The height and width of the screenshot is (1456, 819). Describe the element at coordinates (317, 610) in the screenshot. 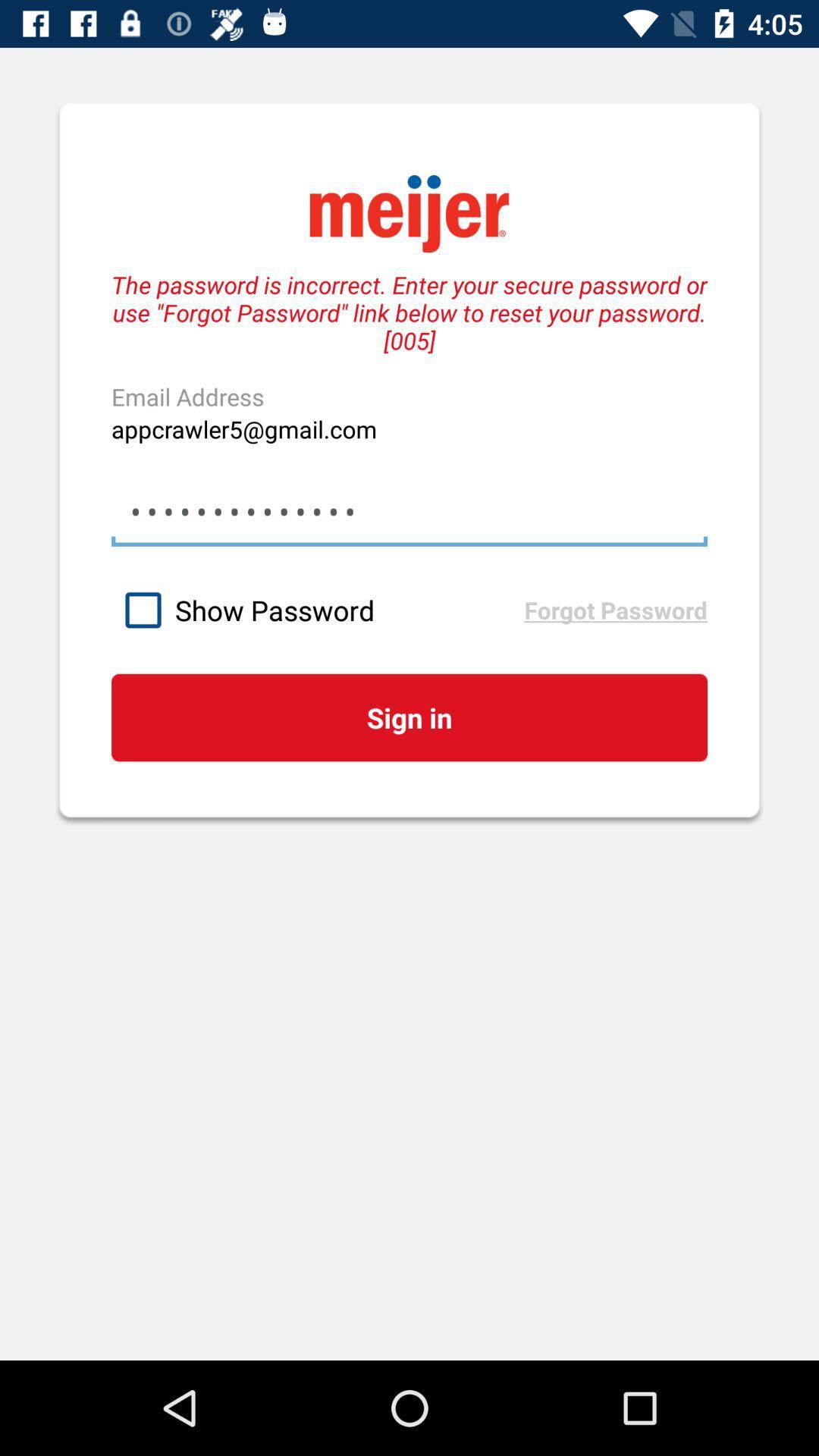

I see `show password item` at that location.